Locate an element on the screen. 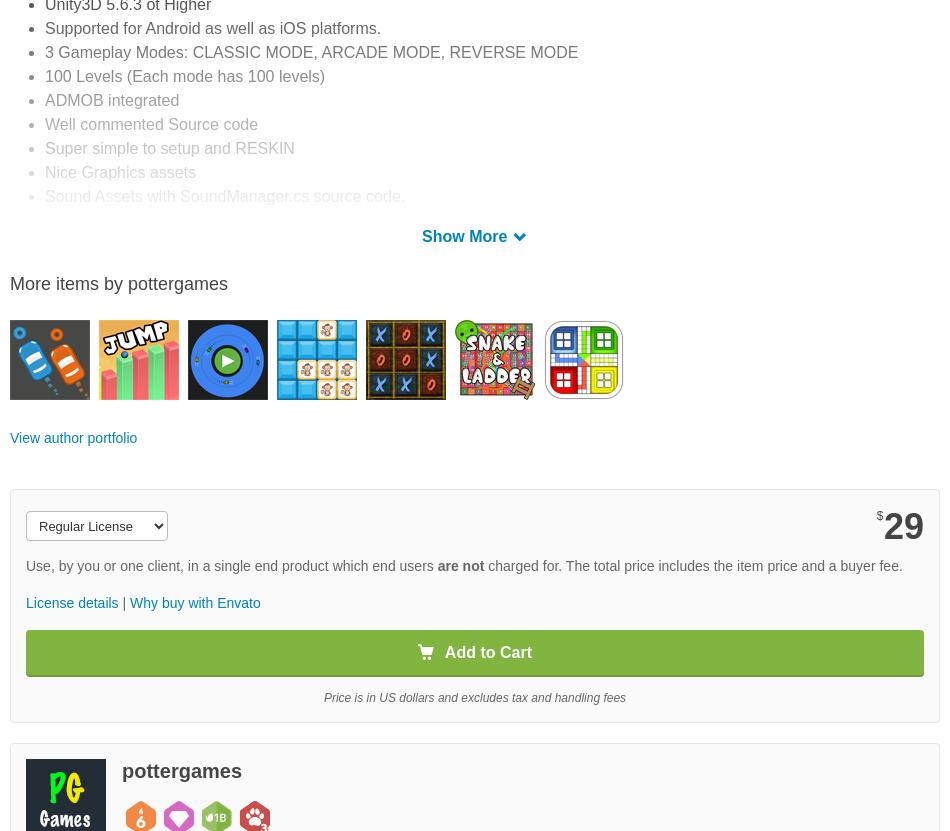 The width and height of the screenshot is (950, 831). 'Price is in US dollars and excludes tax and handling fees' is located at coordinates (473, 695).